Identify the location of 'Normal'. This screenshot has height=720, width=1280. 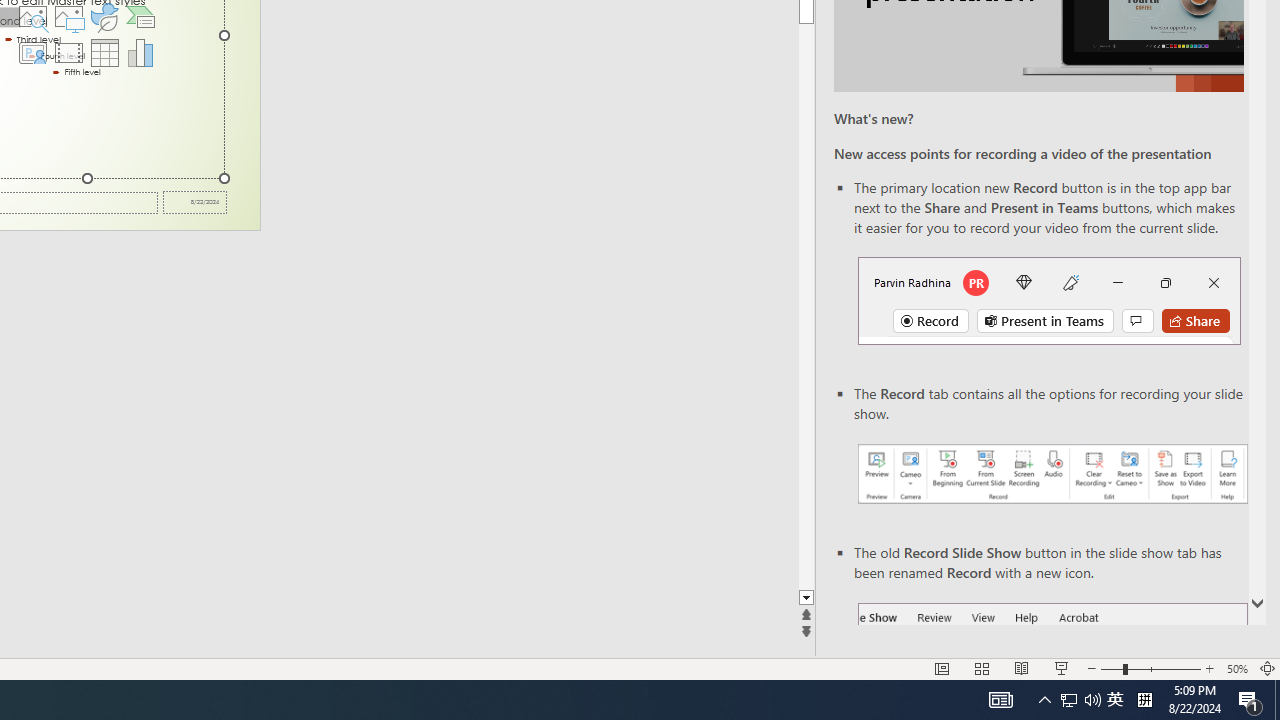
(941, 669).